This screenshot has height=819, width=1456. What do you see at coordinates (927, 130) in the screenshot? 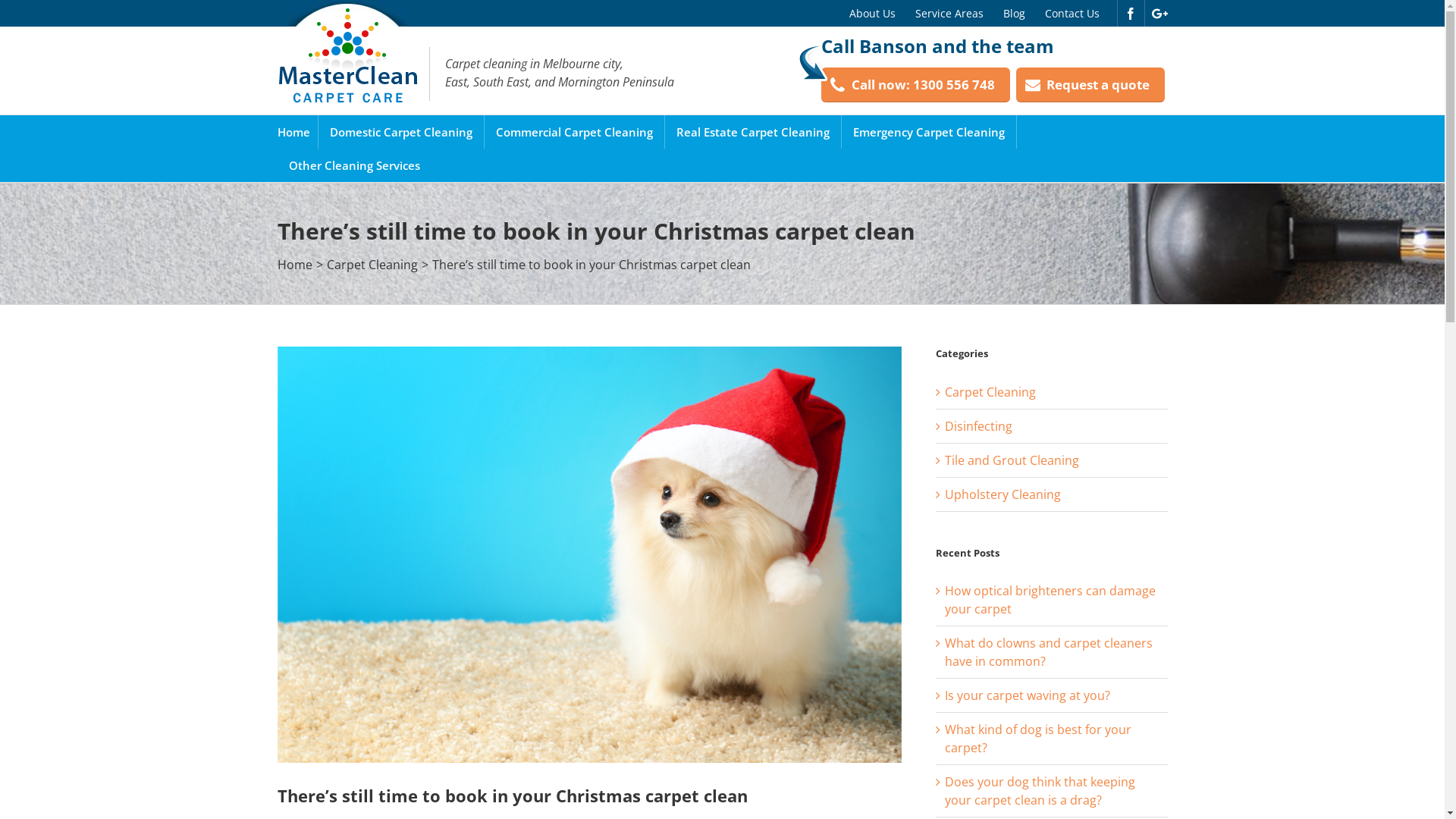
I see `'Emergency Carpet Cleaning'` at bounding box center [927, 130].